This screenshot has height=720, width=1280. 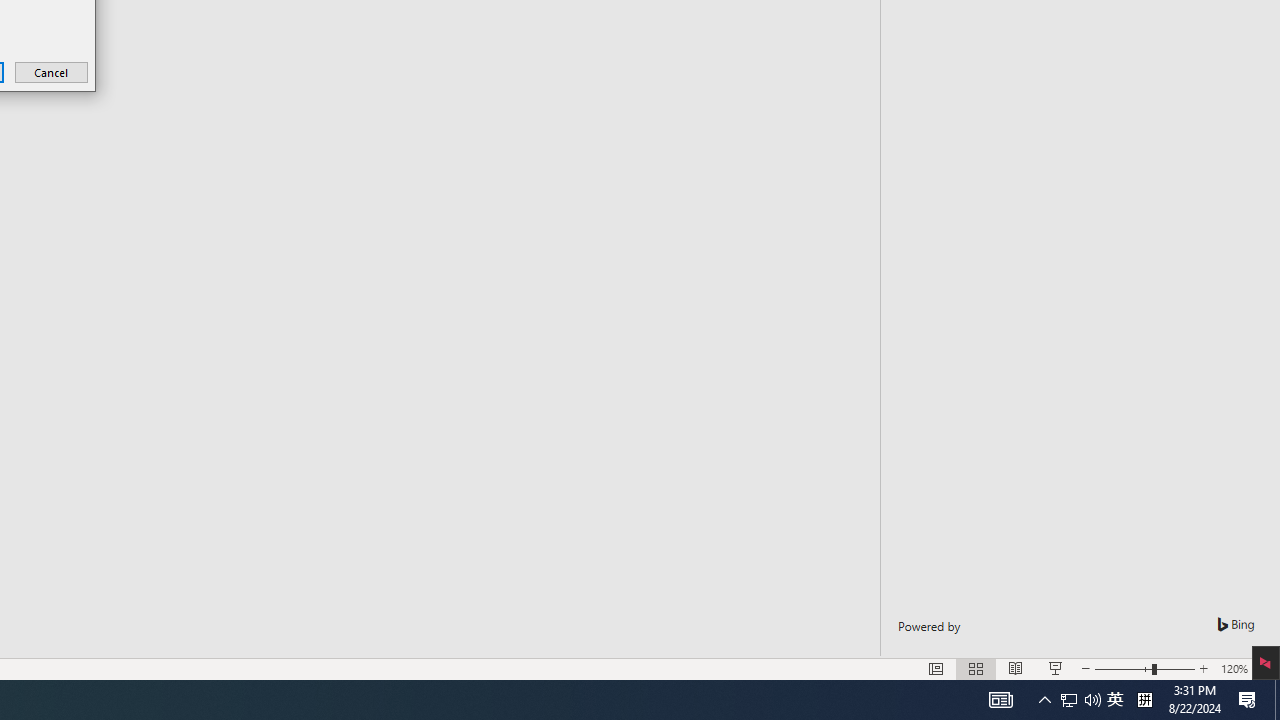 I want to click on 'Notification Chevron', so click(x=1068, y=698).